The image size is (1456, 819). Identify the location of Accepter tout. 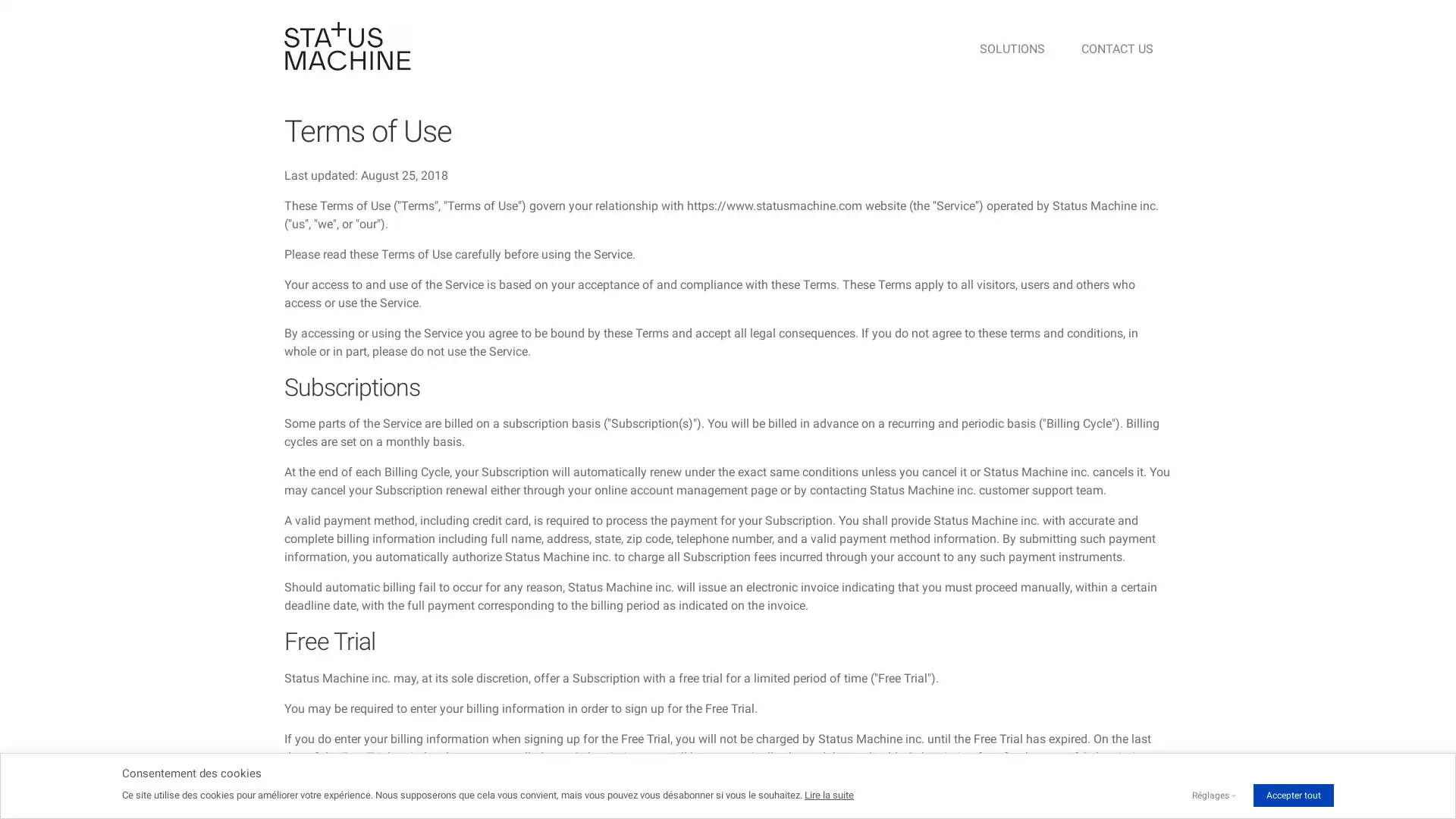
(1292, 795).